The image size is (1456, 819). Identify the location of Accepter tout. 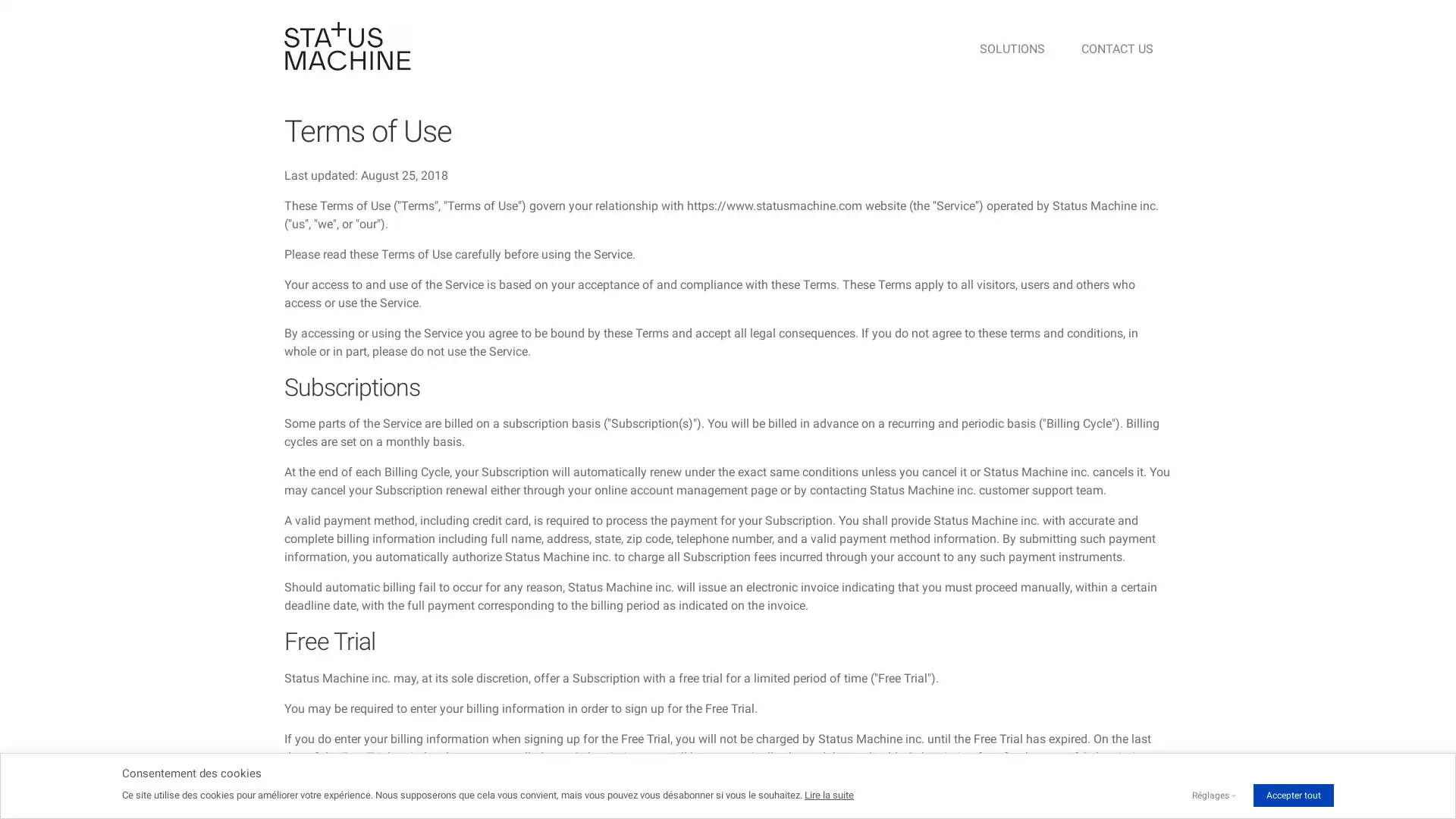
(1292, 795).